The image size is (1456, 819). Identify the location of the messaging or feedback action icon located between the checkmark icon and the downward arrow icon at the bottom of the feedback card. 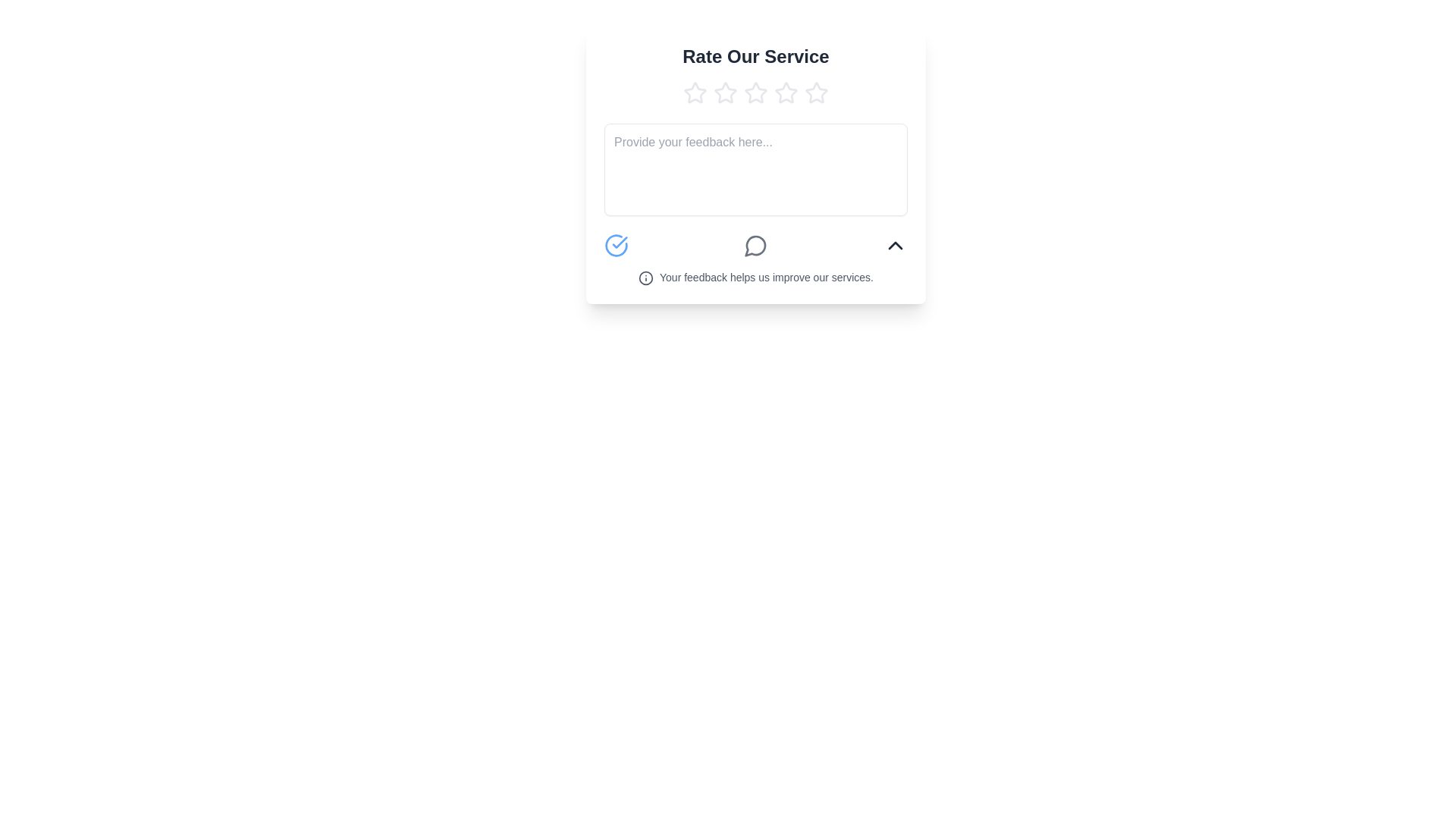
(756, 245).